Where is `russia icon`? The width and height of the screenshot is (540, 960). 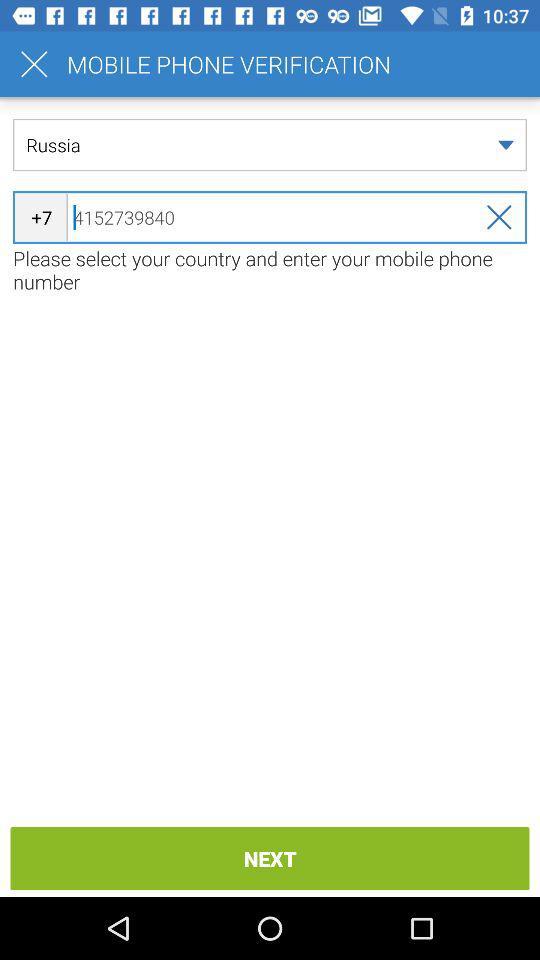 russia icon is located at coordinates (270, 144).